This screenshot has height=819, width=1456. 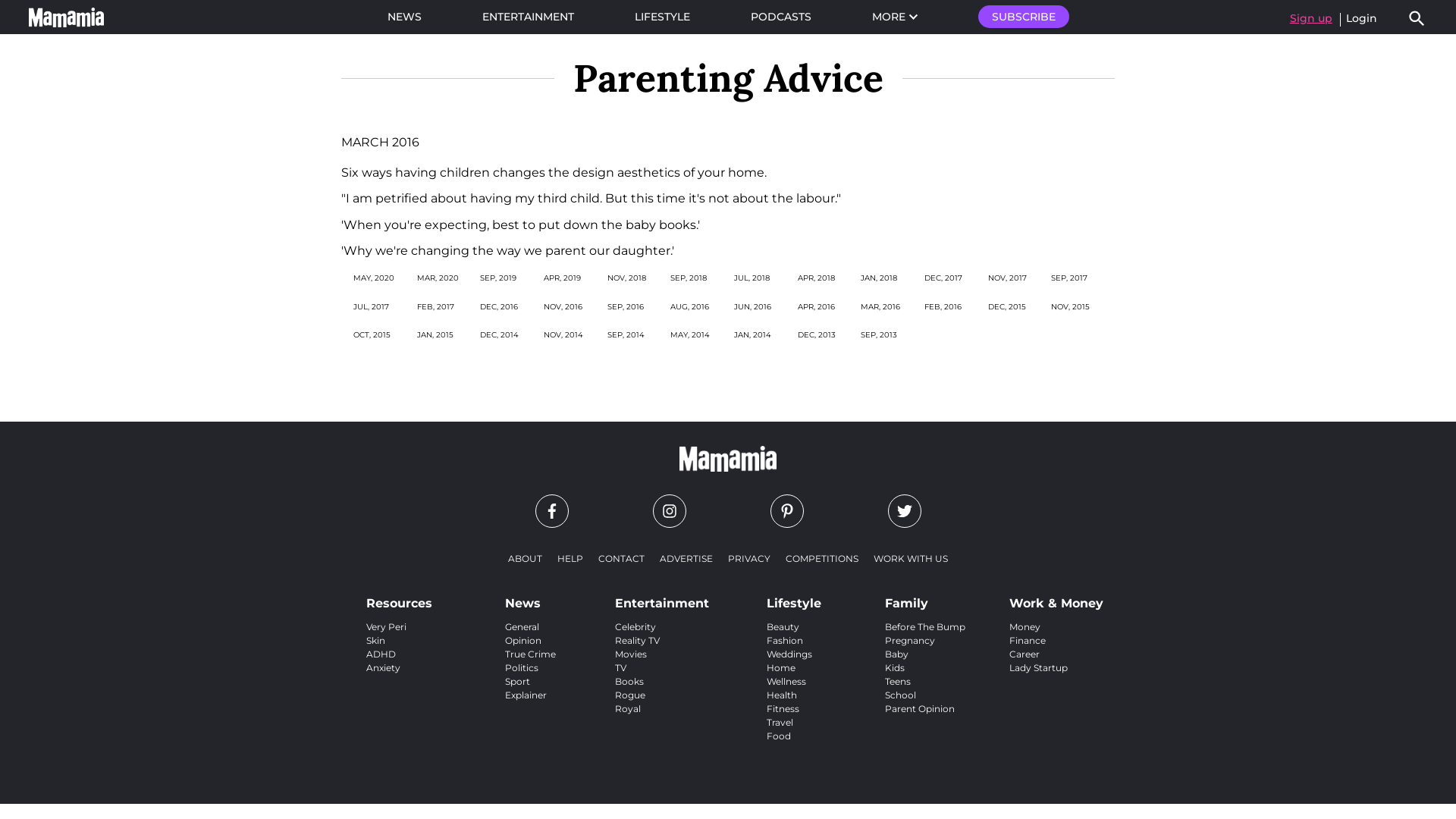 I want to click on 'COMPETITIONS', so click(x=821, y=558).